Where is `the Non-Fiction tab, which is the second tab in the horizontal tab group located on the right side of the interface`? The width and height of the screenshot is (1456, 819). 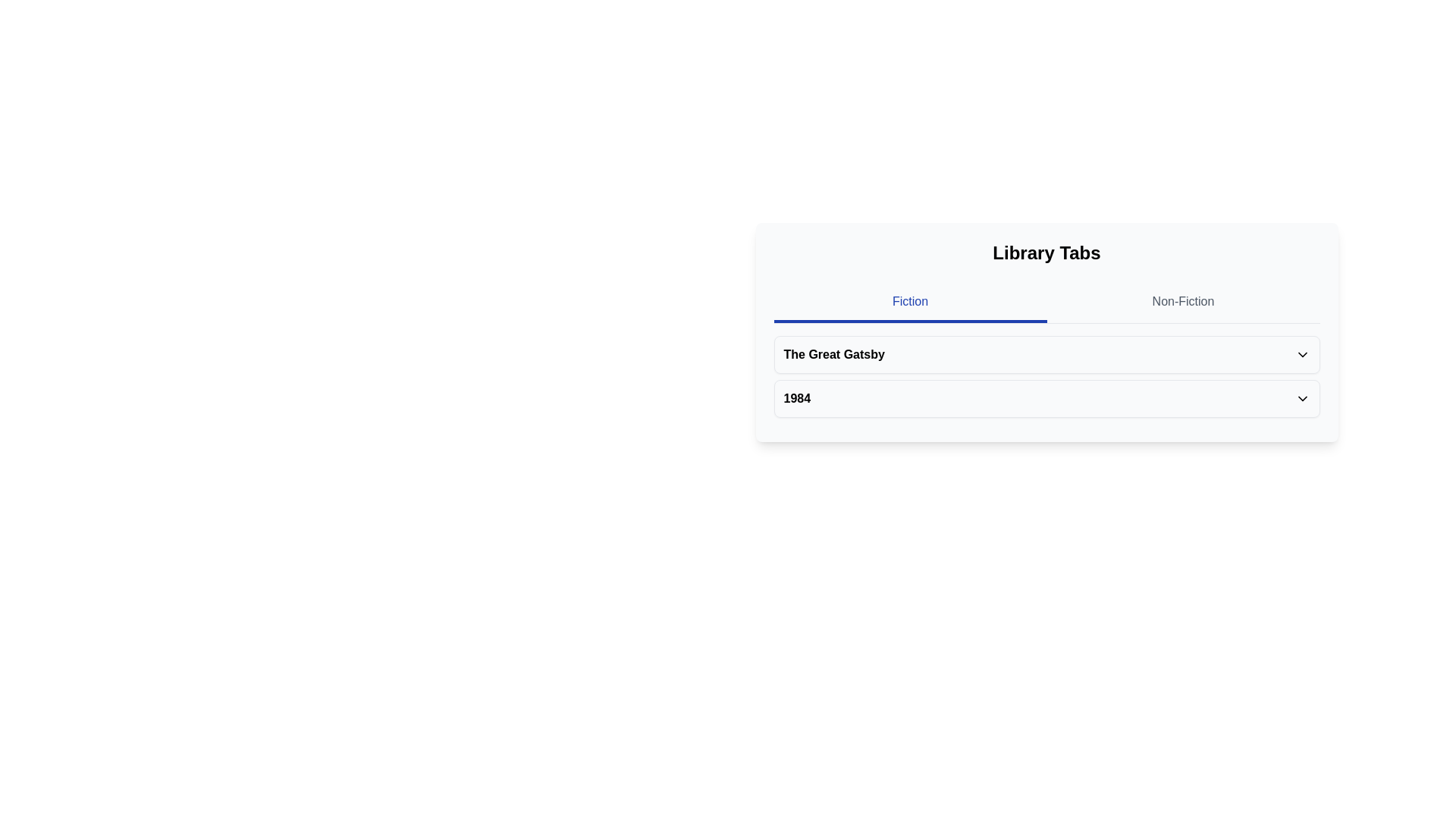 the Non-Fiction tab, which is the second tab in the horizontal tab group located on the right side of the interface is located at coordinates (1182, 303).